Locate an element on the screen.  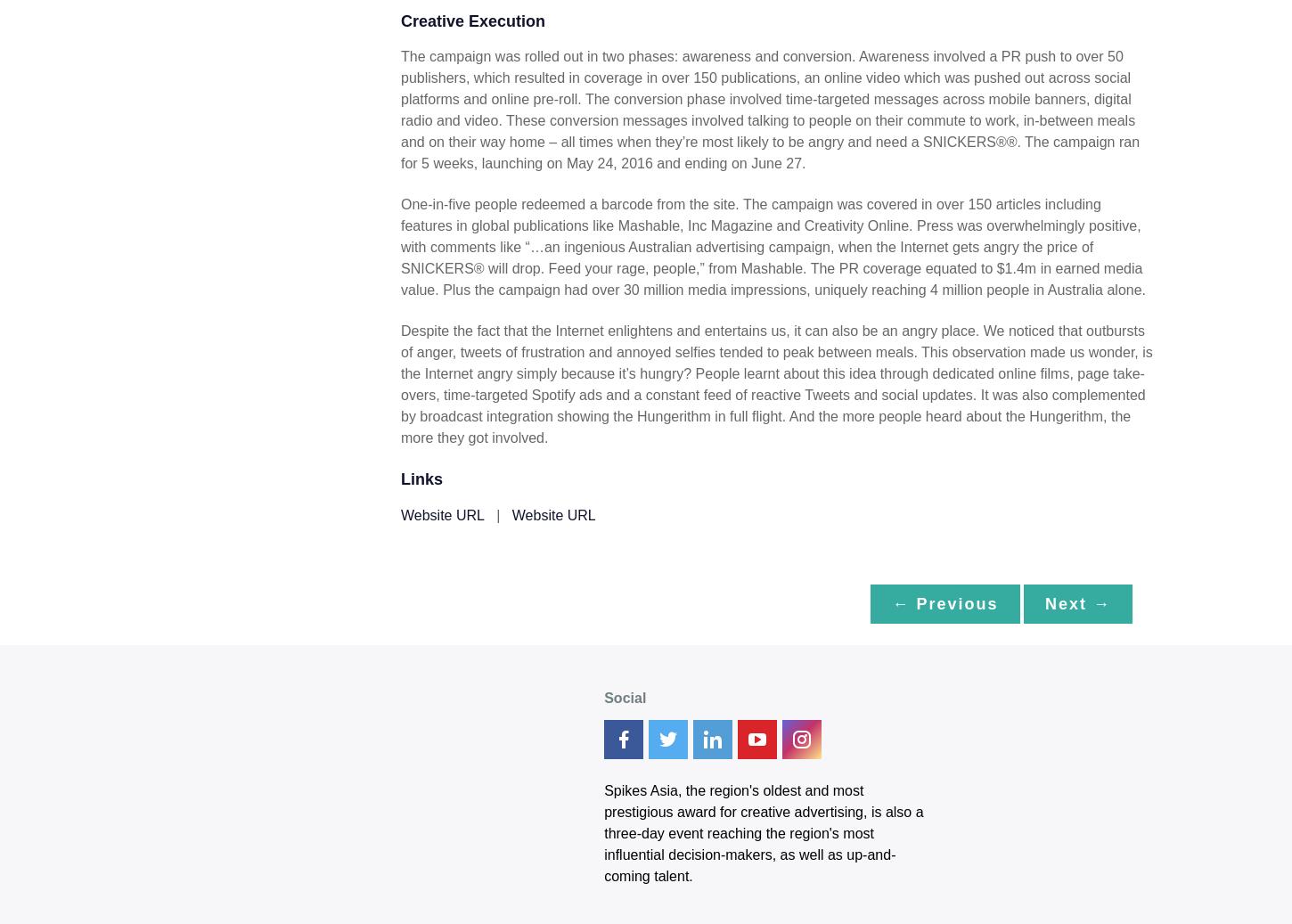
'event' is located at coordinates (685, 832).